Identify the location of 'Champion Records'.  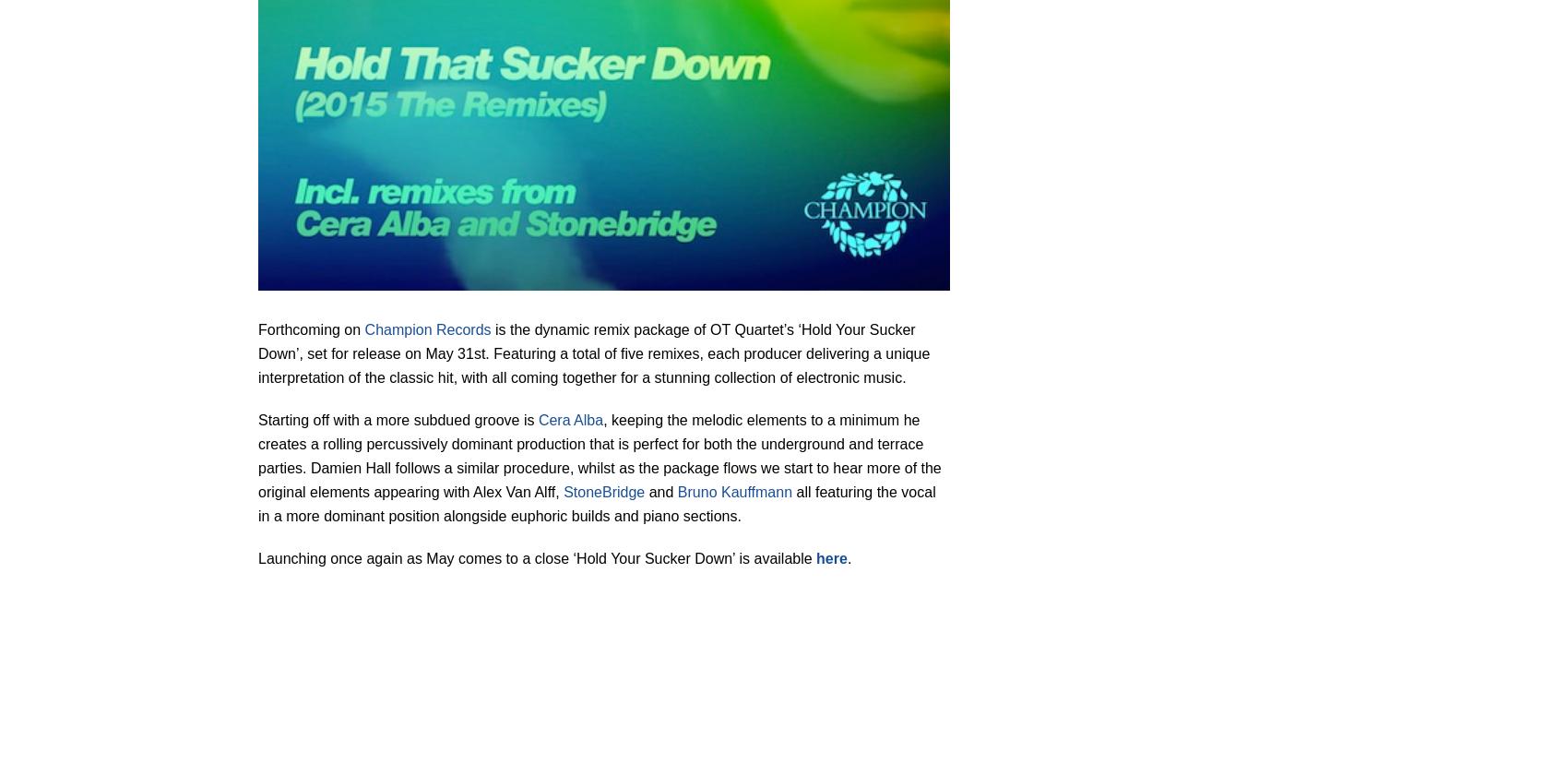
(363, 328).